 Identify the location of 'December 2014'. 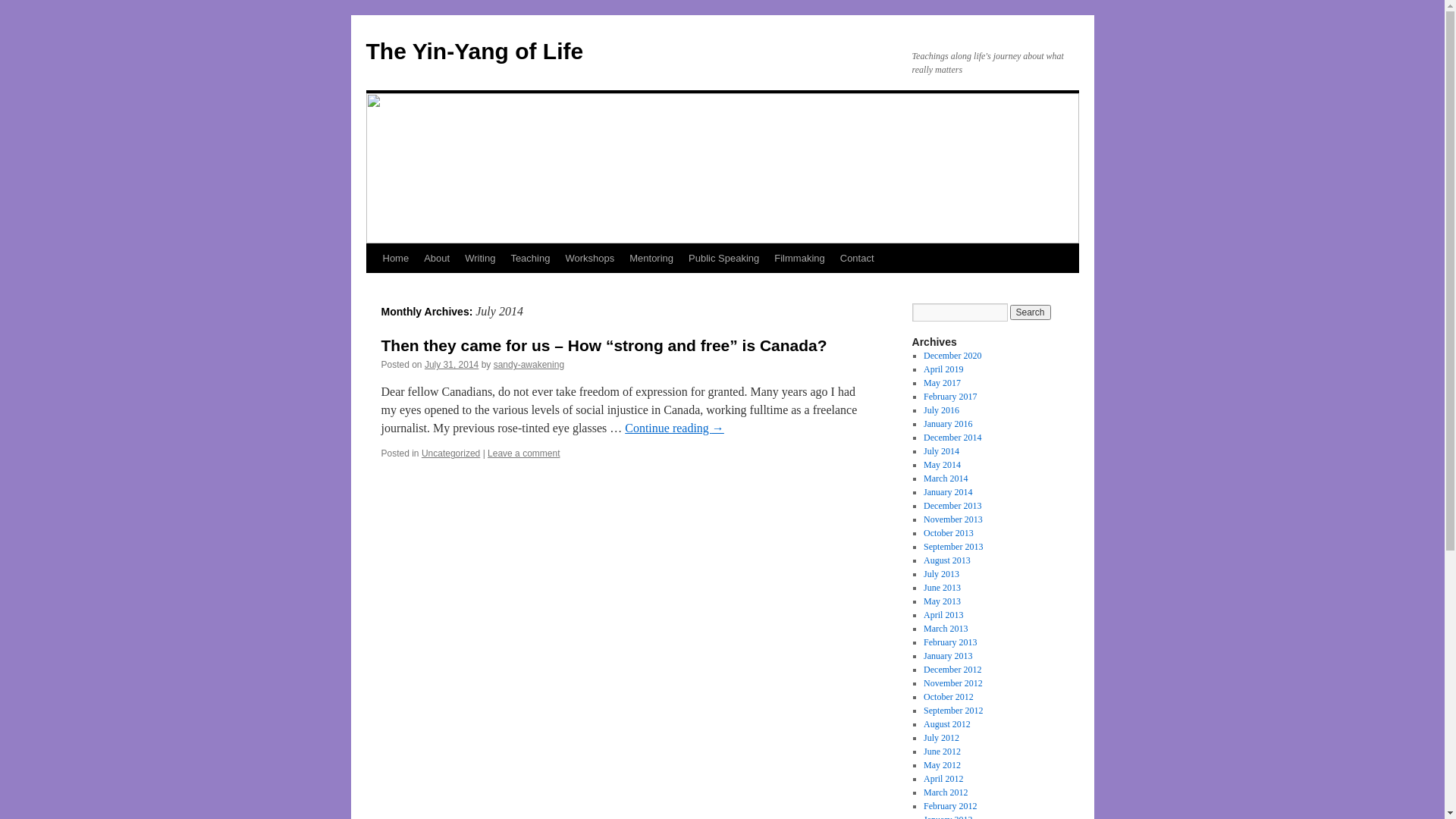
(952, 438).